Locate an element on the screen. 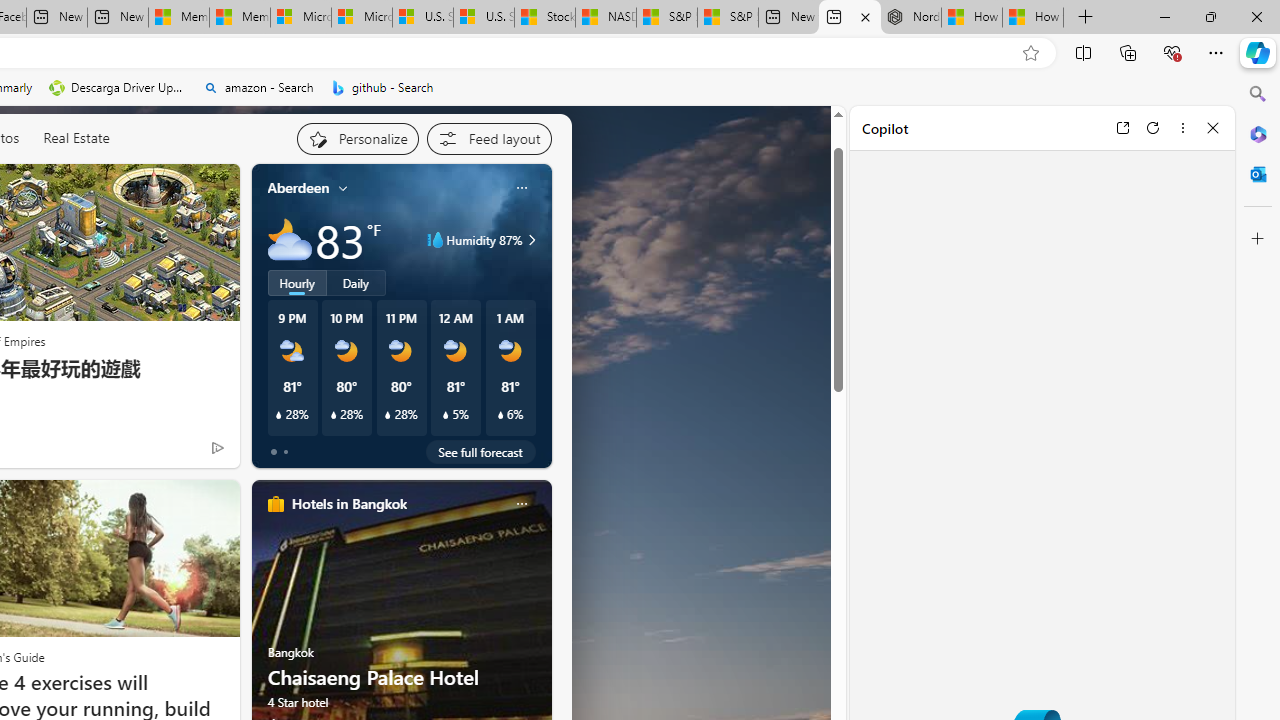 Image resolution: width=1280 pixels, height=720 pixels. 'tab-0' is located at coordinates (272, 452).